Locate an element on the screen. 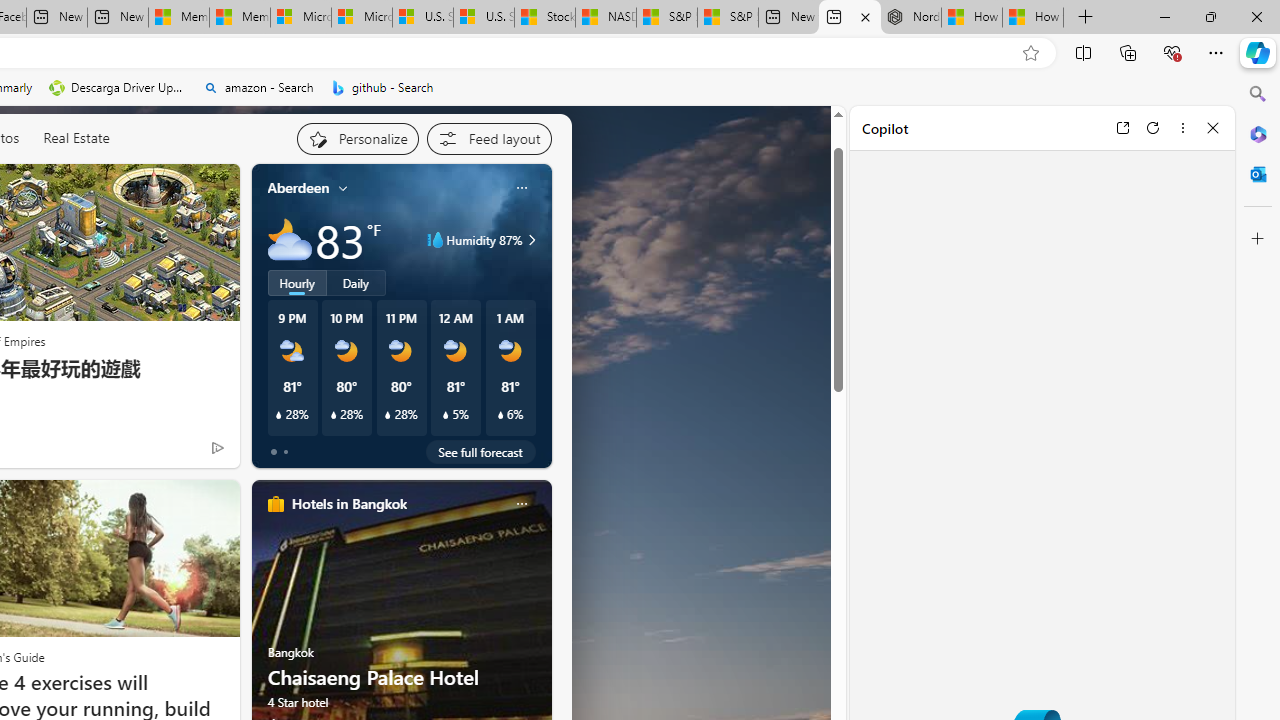 Image resolution: width=1280 pixels, height=720 pixels. 'tab-0' is located at coordinates (272, 452).